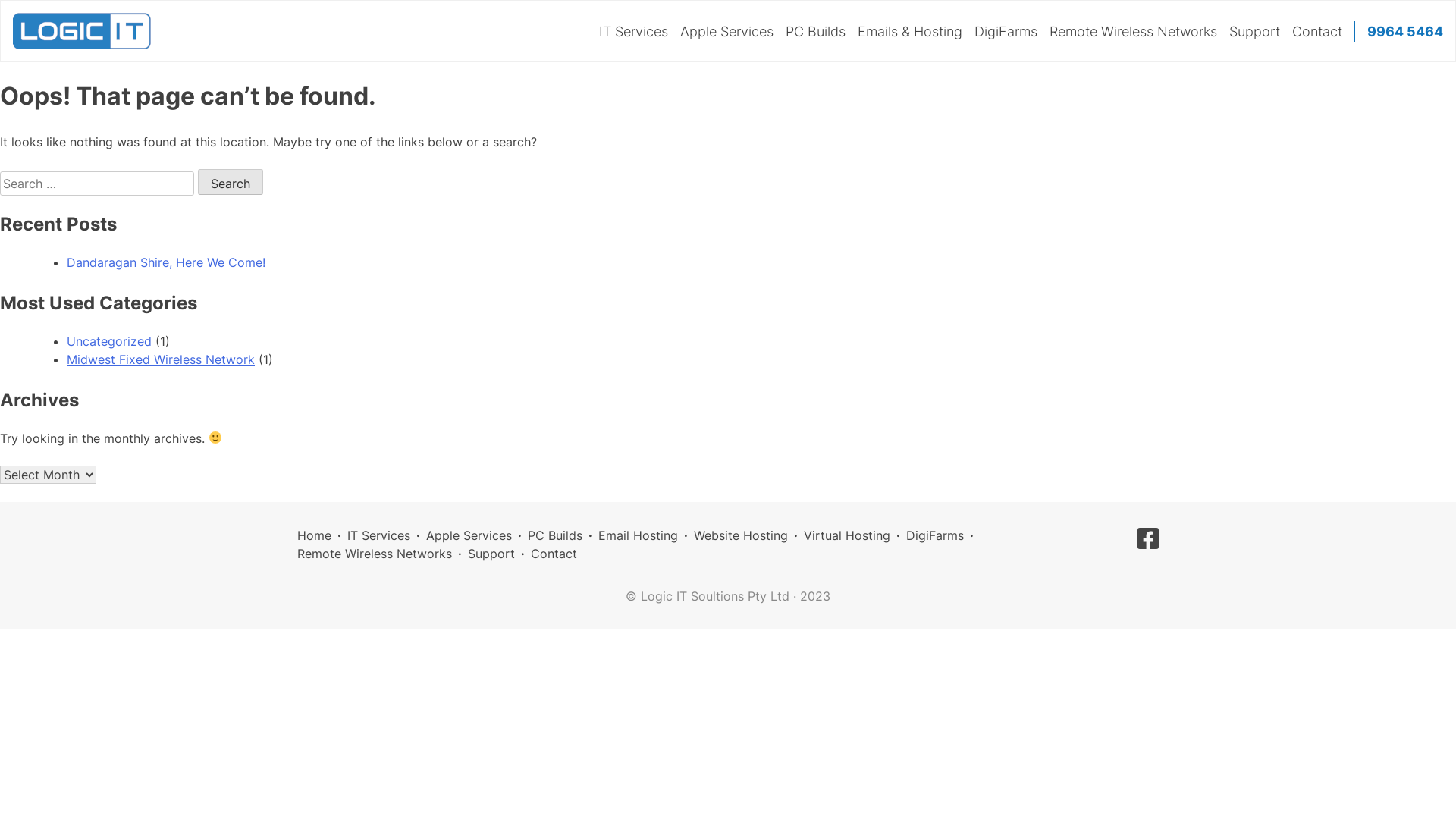 The image size is (1456, 819). What do you see at coordinates (491, 553) in the screenshot?
I see `'Support'` at bounding box center [491, 553].